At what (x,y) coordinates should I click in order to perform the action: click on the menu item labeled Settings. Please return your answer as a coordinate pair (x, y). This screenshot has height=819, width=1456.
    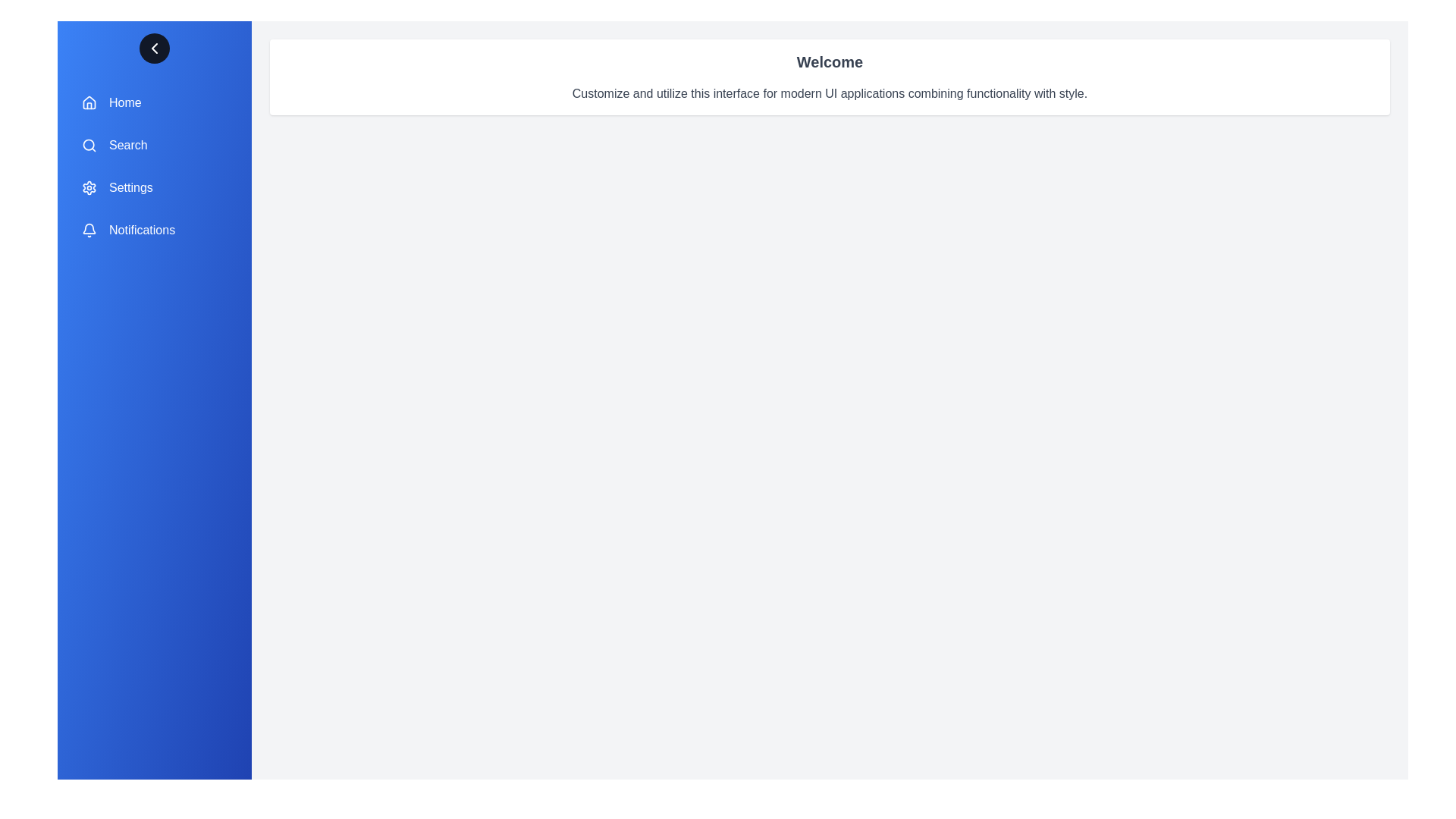
    Looking at the image, I should click on (154, 187).